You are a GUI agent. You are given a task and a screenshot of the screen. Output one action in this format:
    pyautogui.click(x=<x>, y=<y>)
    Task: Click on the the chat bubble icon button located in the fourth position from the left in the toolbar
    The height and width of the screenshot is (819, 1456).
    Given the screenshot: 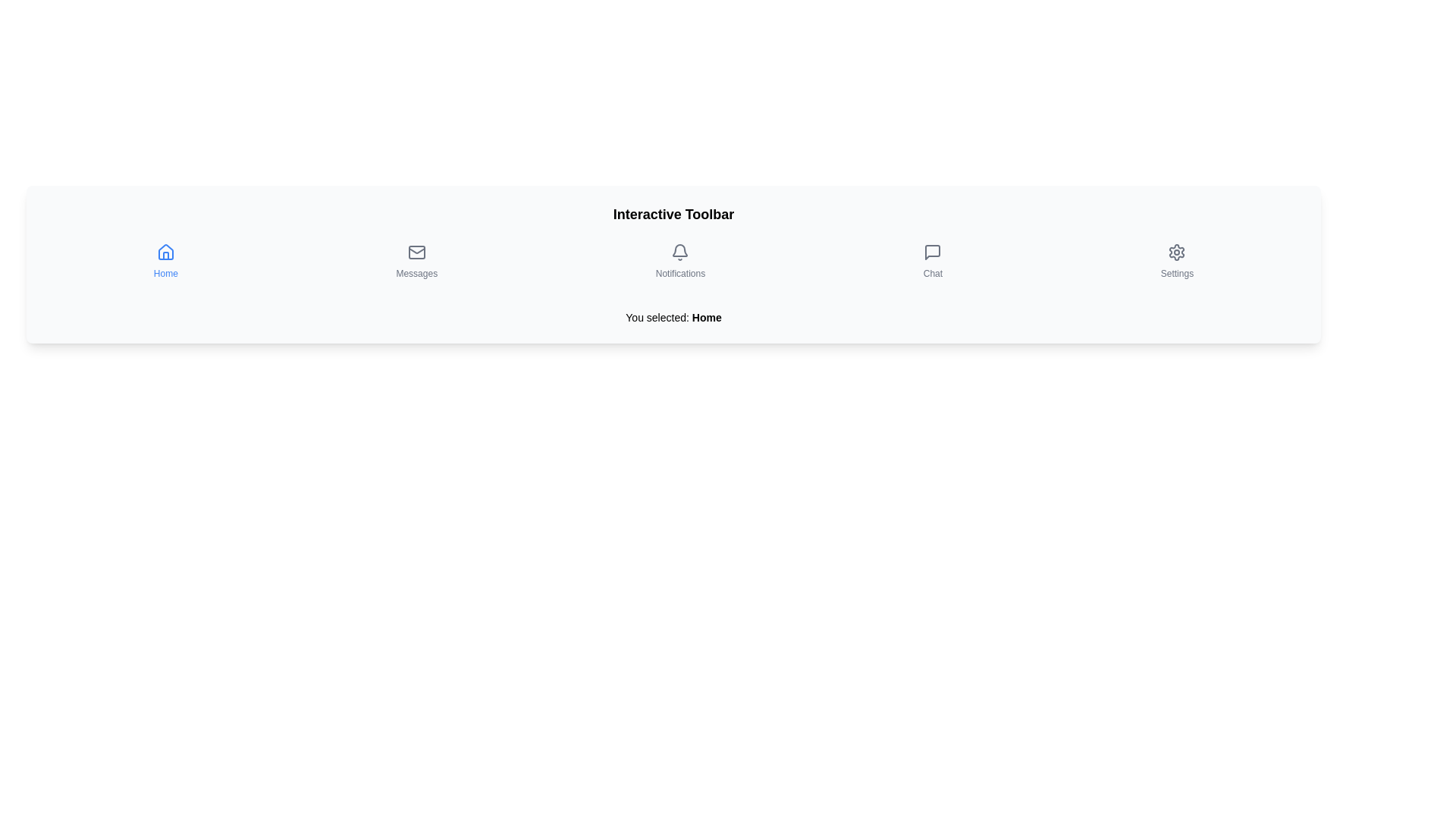 What is the action you would take?
    pyautogui.click(x=931, y=251)
    